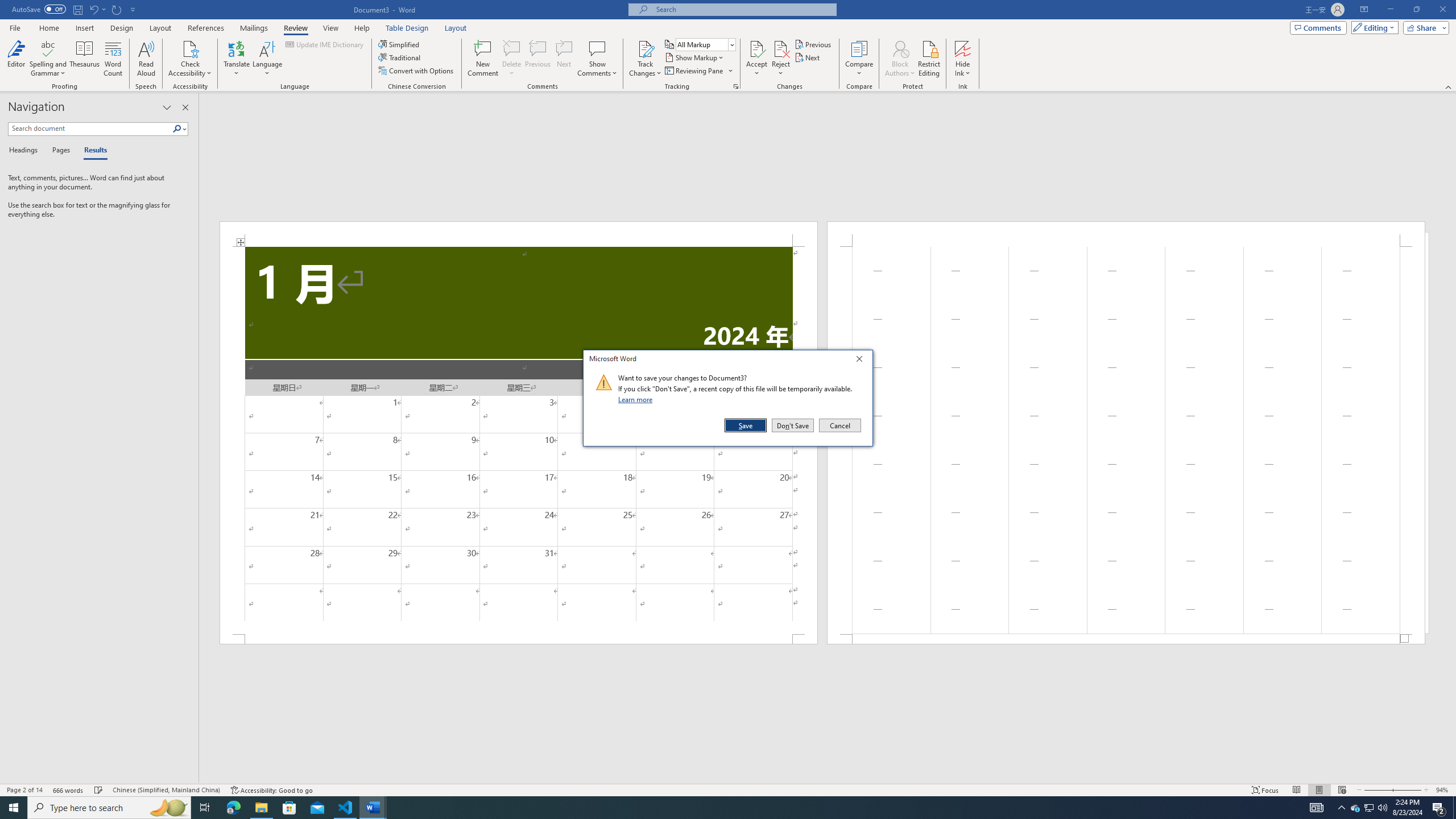  Describe the element at coordinates (695, 56) in the screenshot. I see `'Show Markup'` at that location.